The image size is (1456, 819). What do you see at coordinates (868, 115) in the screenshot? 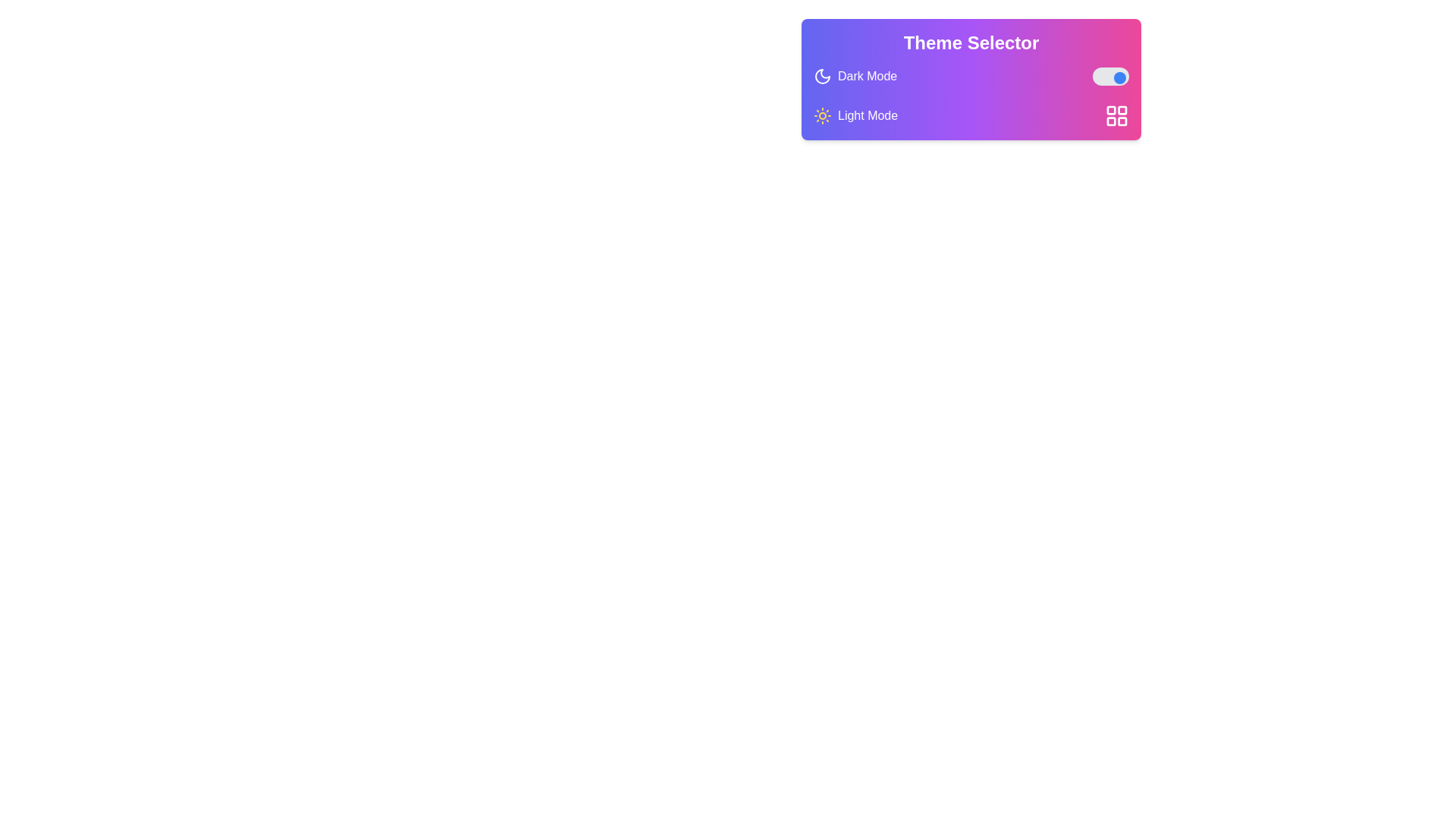
I see `the 'Light Mode' text label, which is styled with white text on a gradient background and positioned right of the sun icon` at bounding box center [868, 115].